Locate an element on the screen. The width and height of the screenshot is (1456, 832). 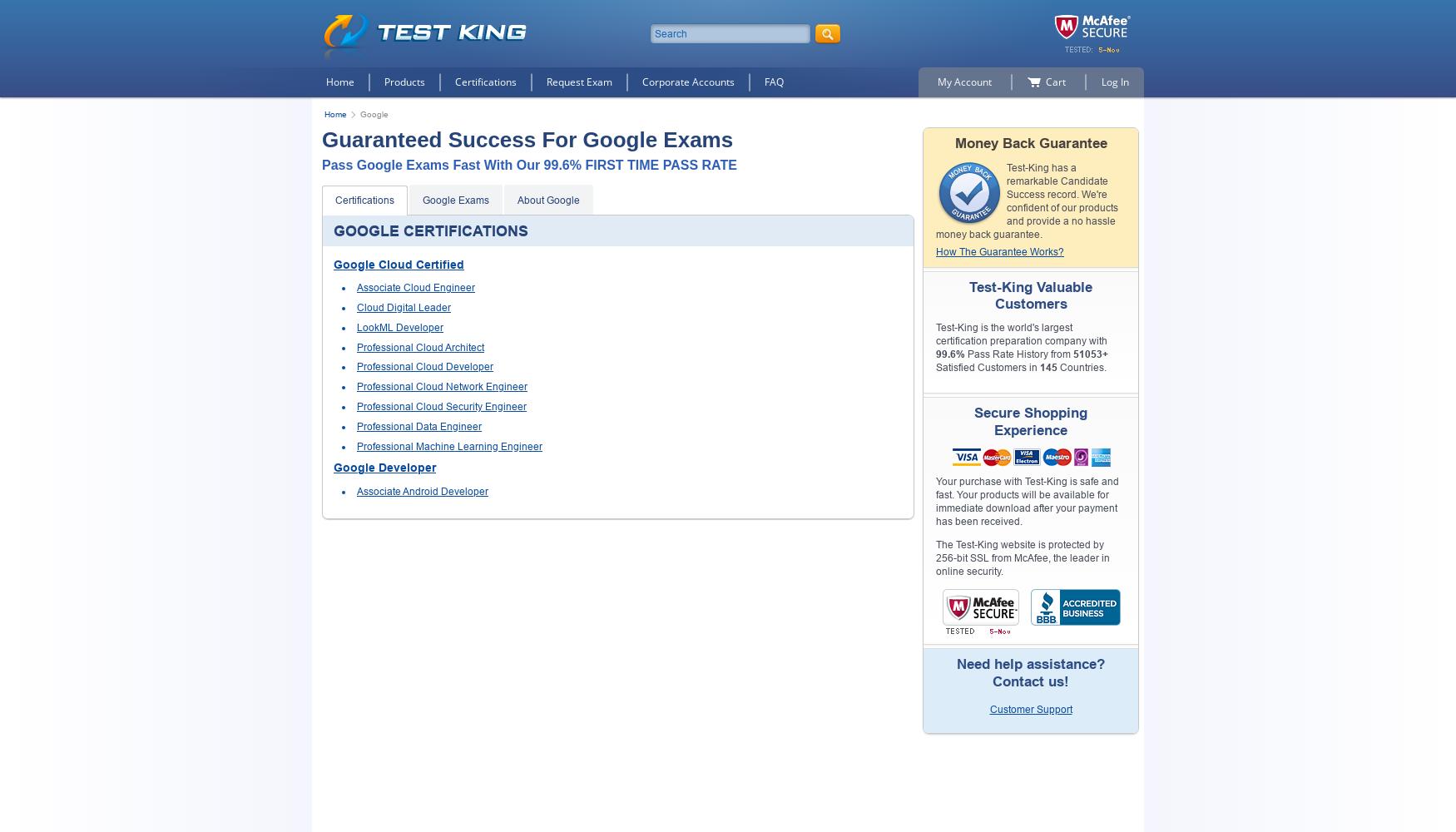
'Pass Rate History from' is located at coordinates (964, 354).